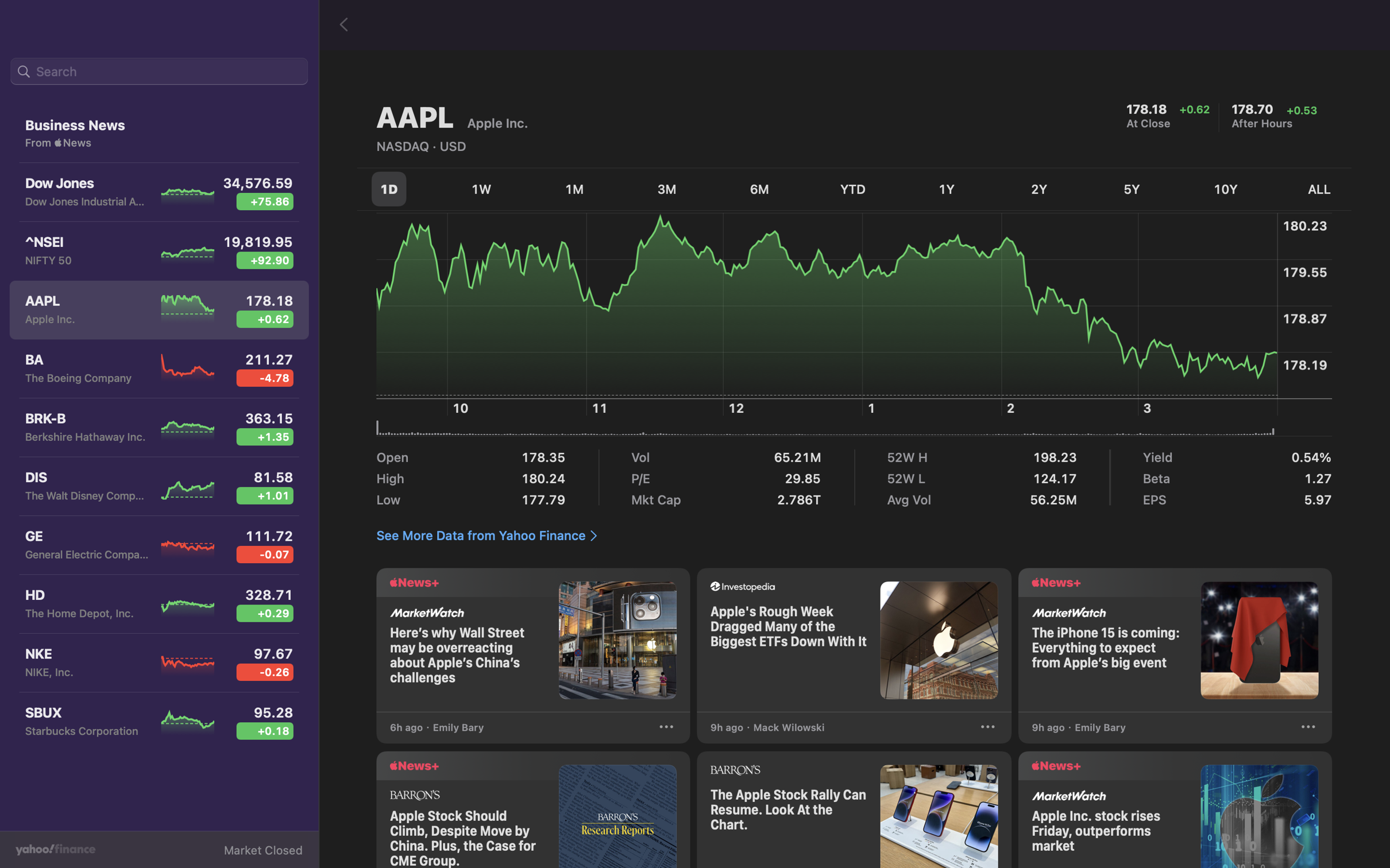 The image size is (1390, 868). What do you see at coordinates (666, 190) in the screenshot?
I see `Analyze the movement of stocks for the past quarter` at bounding box center [666, 190].